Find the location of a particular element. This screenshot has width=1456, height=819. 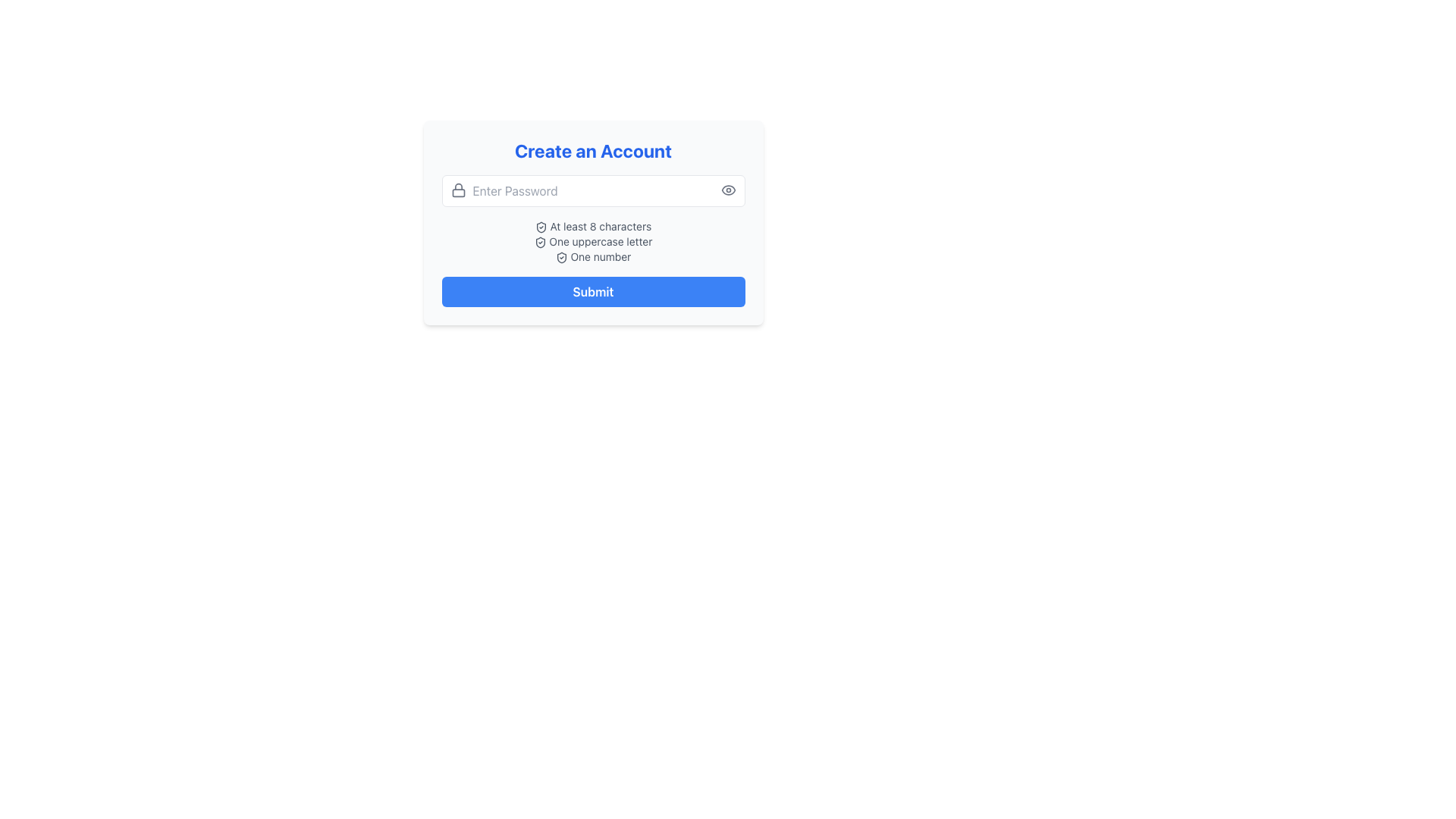

the eye-like icon located to the right of the password entry field in the 'Create an Account' dialog box is located at coordinates (728, 189).